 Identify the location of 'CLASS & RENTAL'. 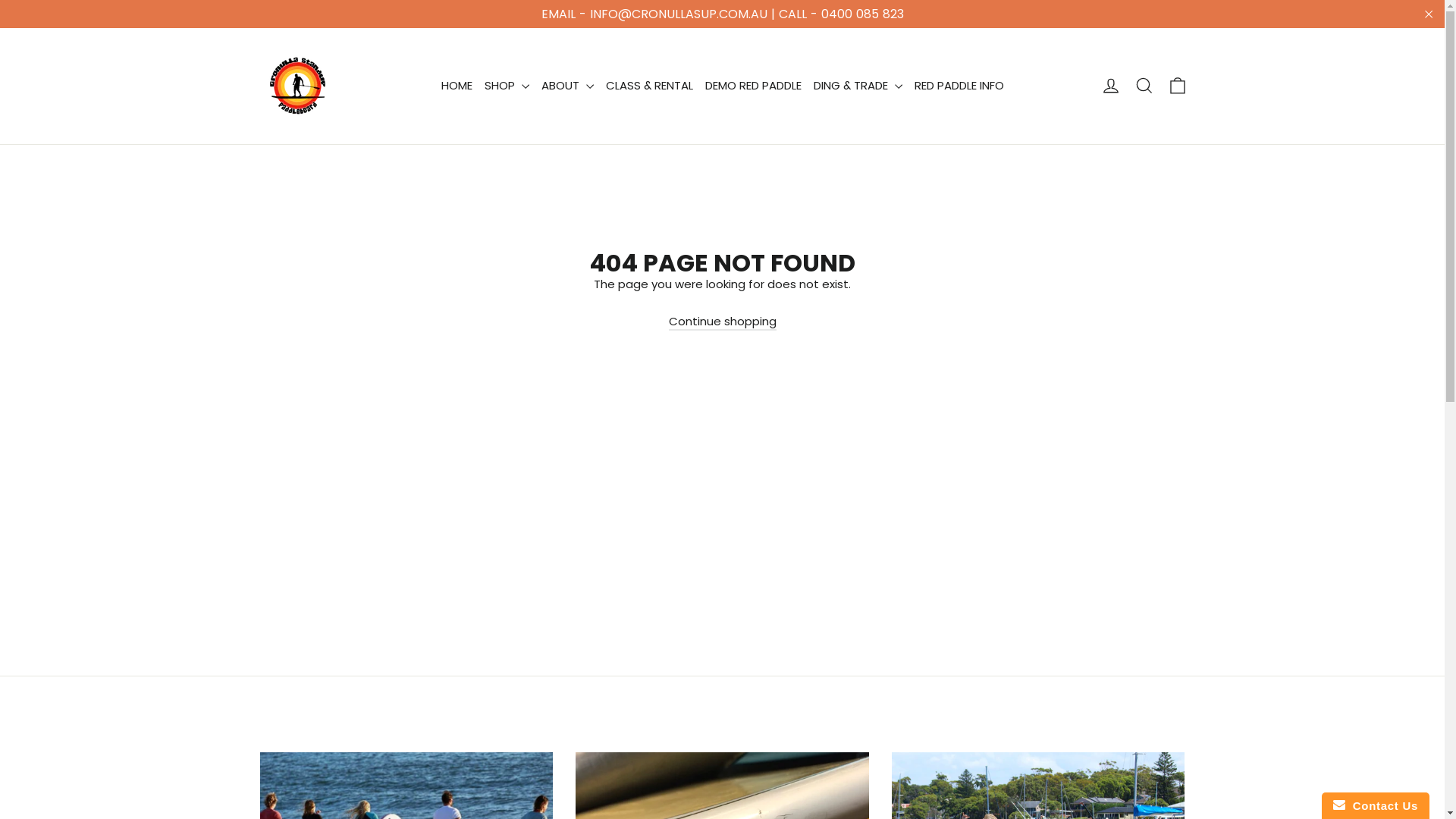
(598, 85).